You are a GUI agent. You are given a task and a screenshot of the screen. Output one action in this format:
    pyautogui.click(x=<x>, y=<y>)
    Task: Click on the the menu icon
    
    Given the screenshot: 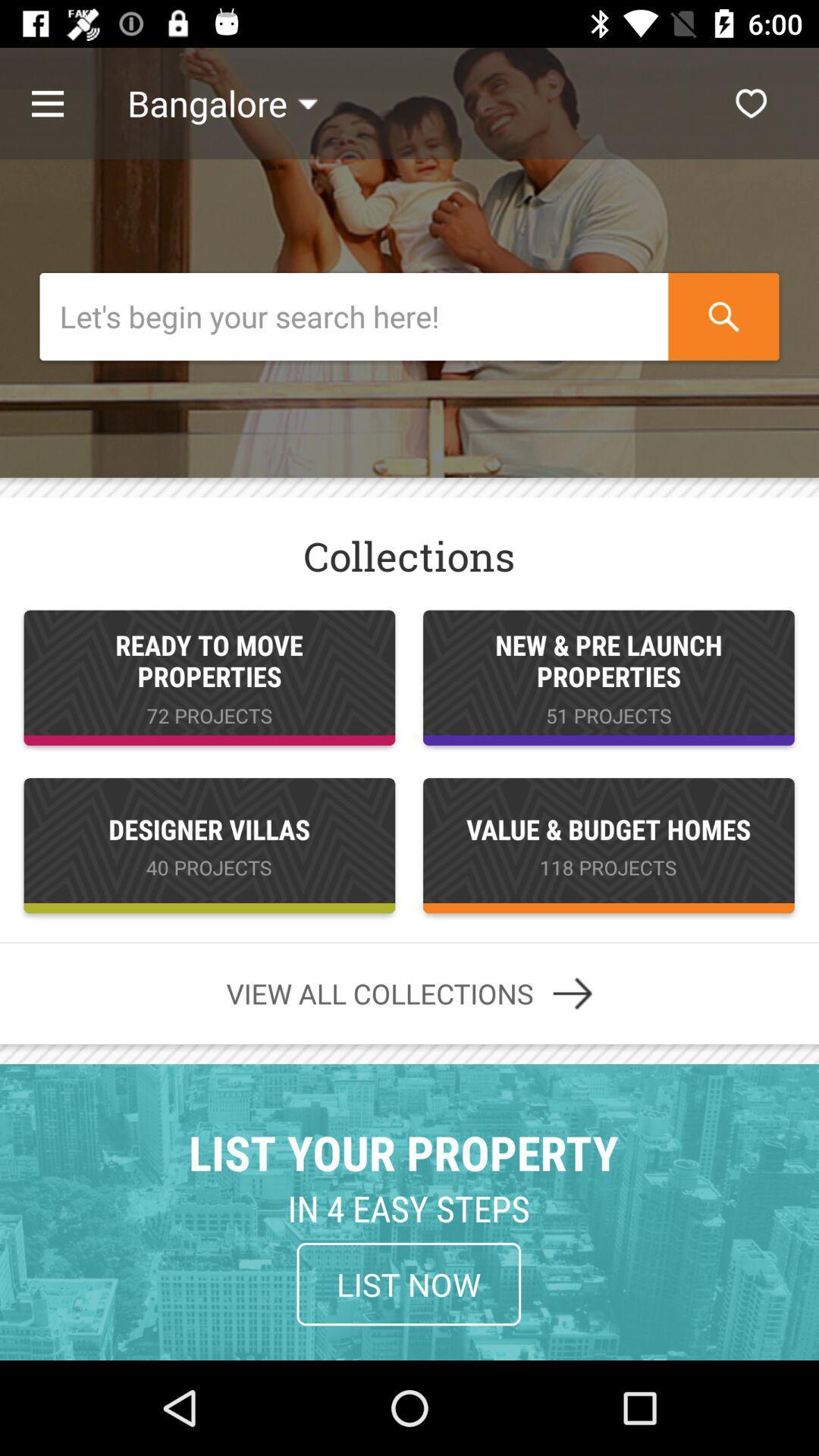 What is the action you would take?
    pyautogui.click(x=63, y=102)
    